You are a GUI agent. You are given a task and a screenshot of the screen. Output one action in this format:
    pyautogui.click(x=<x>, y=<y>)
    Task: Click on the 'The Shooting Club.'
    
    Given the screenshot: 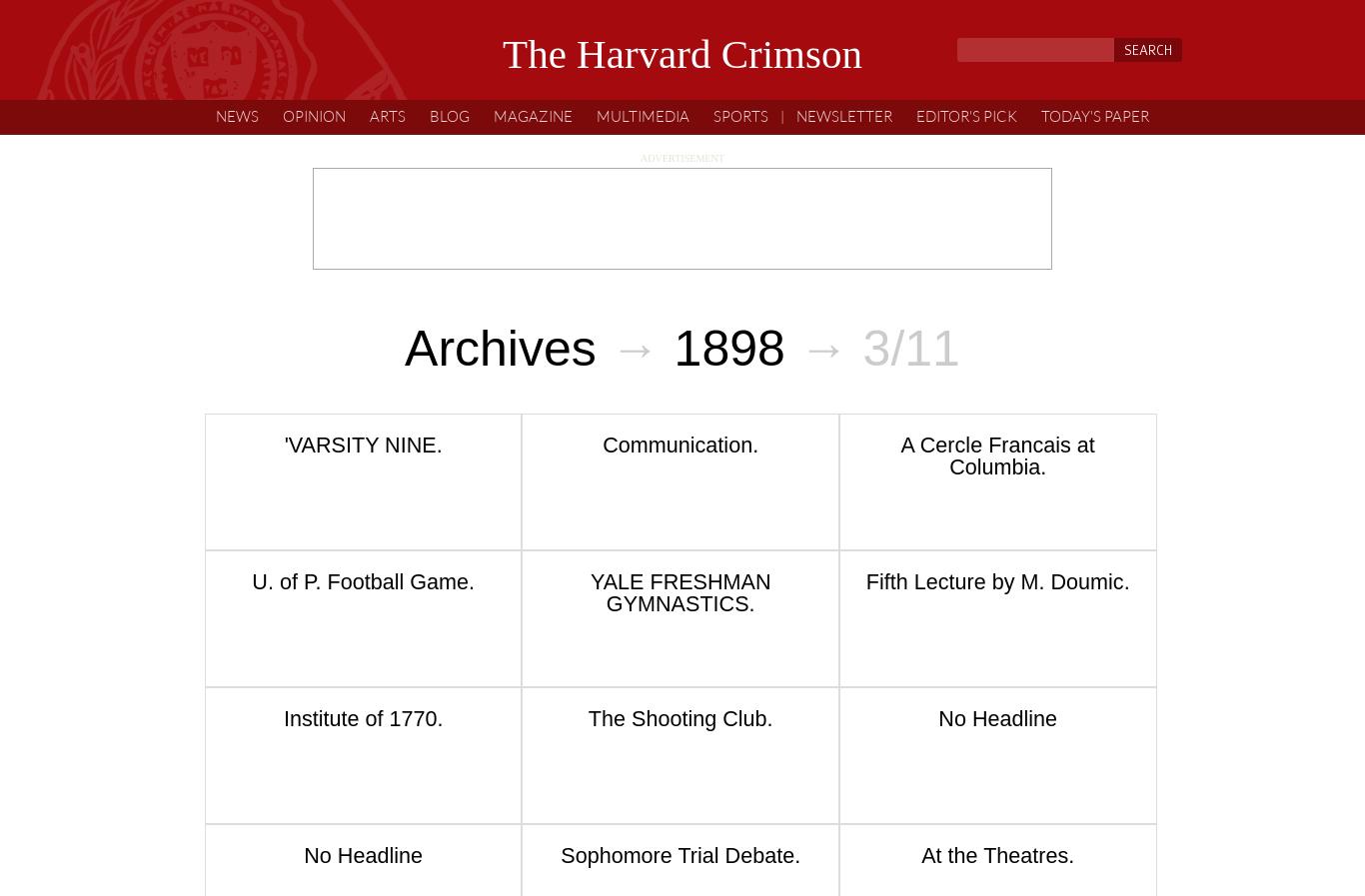 What is the action you would take?
    pyautogui.click(x=679, y=718)
    